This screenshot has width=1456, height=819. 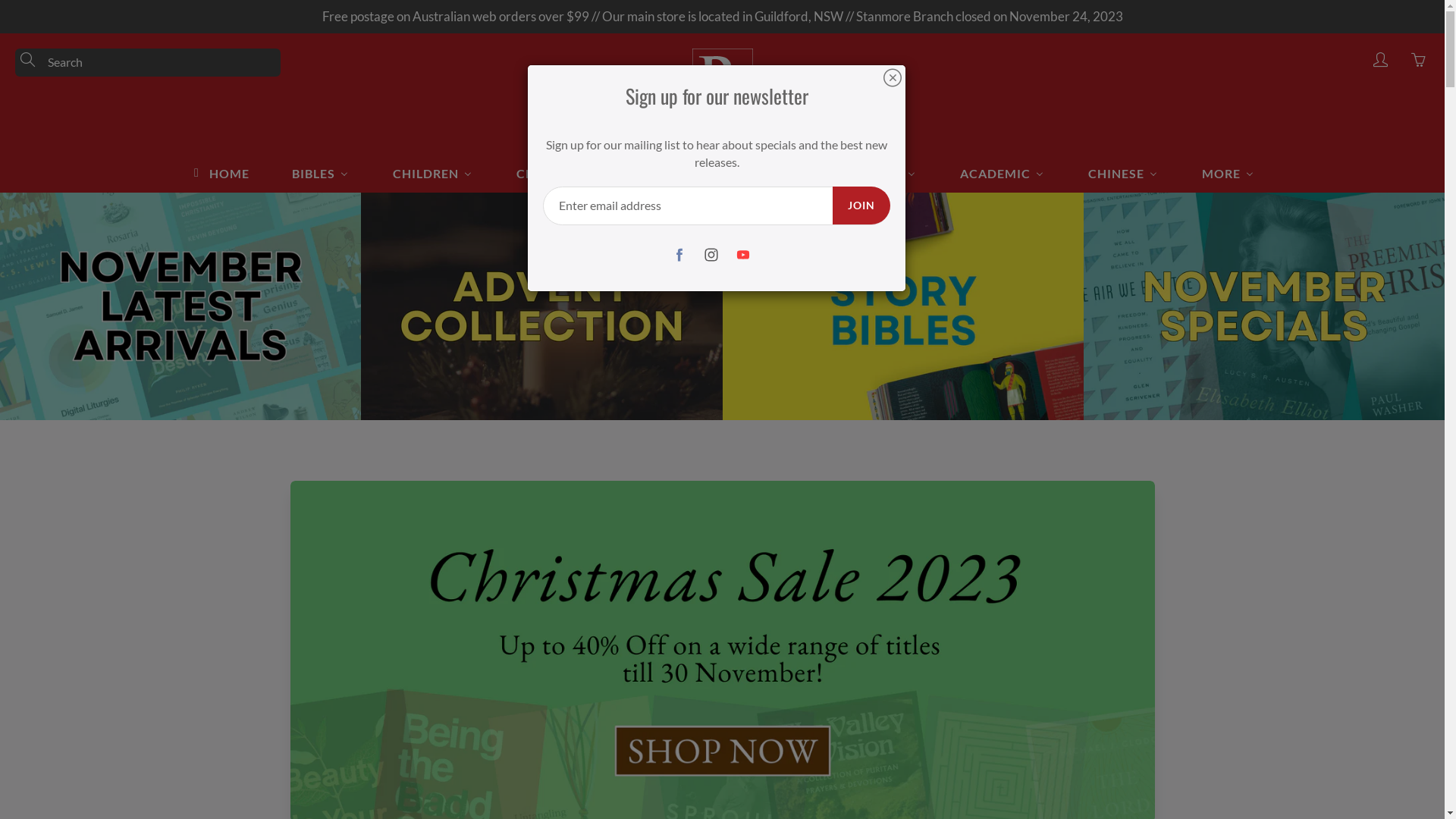 What do you see at coordinates (28, 58) in the screenshot?
I see `'Search'` at bounding box center [28, 58].